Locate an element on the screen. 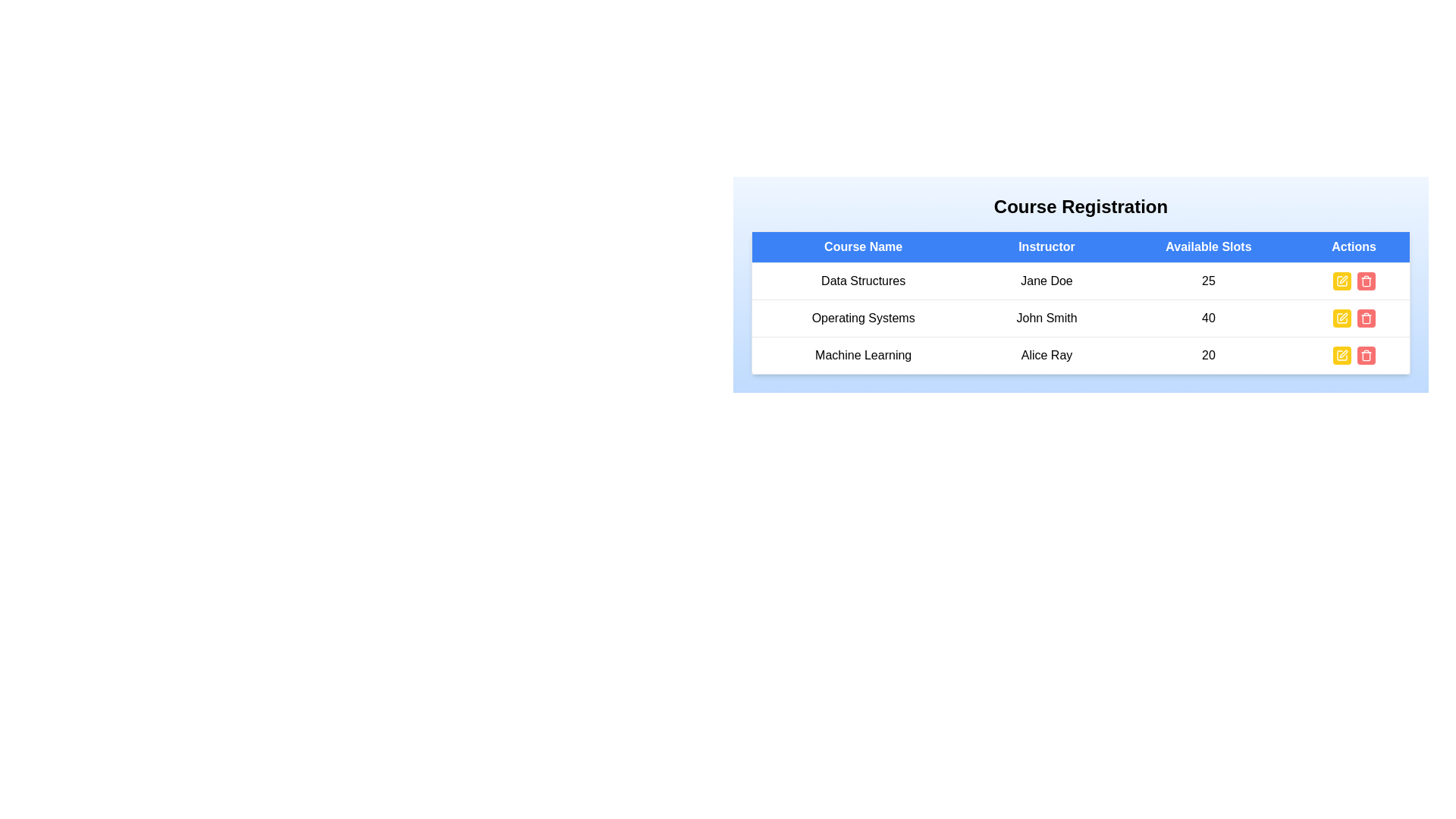 This screenshot has width=1456, height=819. edit button for the course Operating Systems is located at coordinates (1341, 318).